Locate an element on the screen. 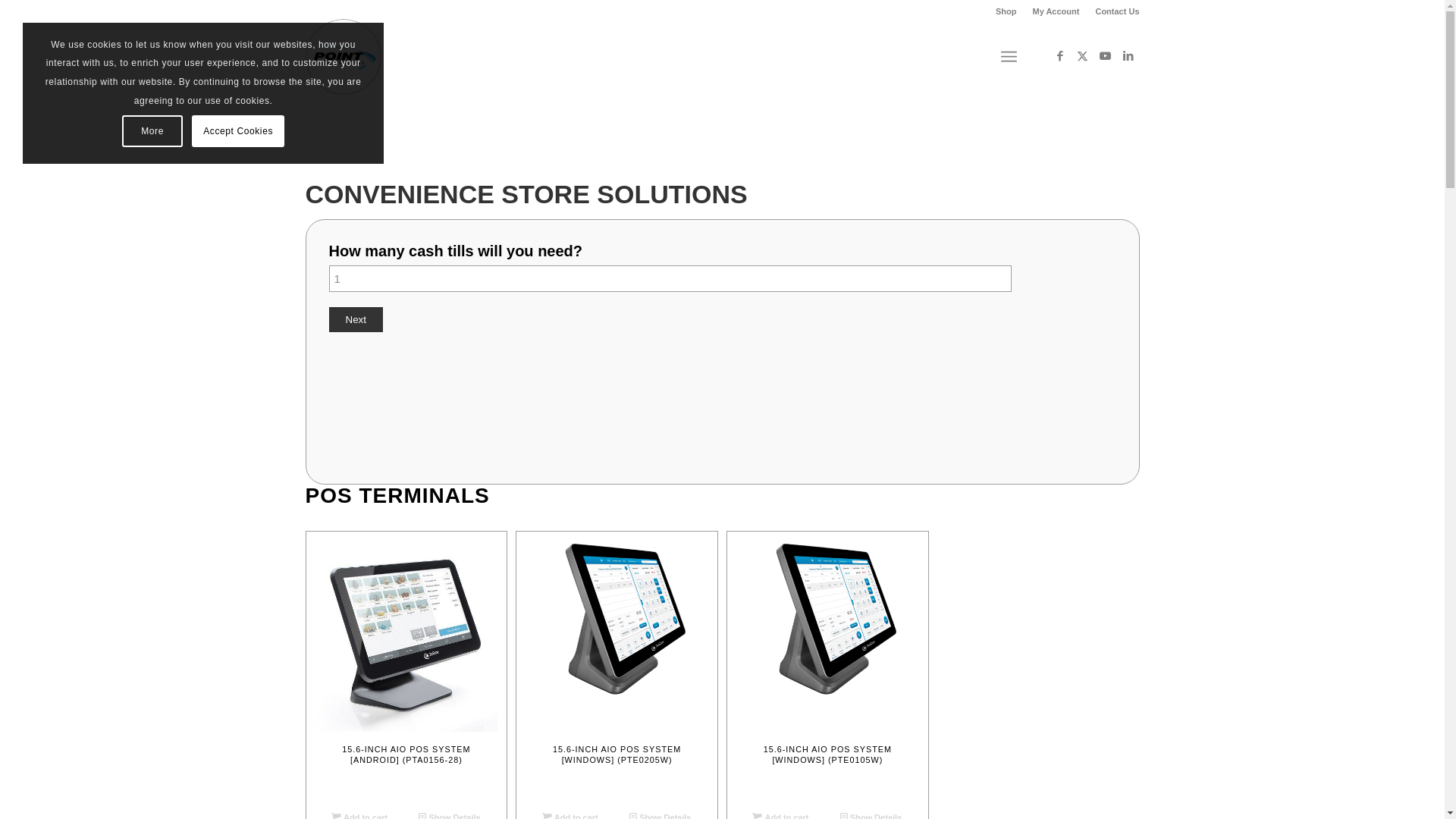 The height and width of the screenshot is (819, 1456). '15.6-INCH AIO POS SYSTEM [ANDROID] (PTA0156-28)' is located at coordinates (406, 666).